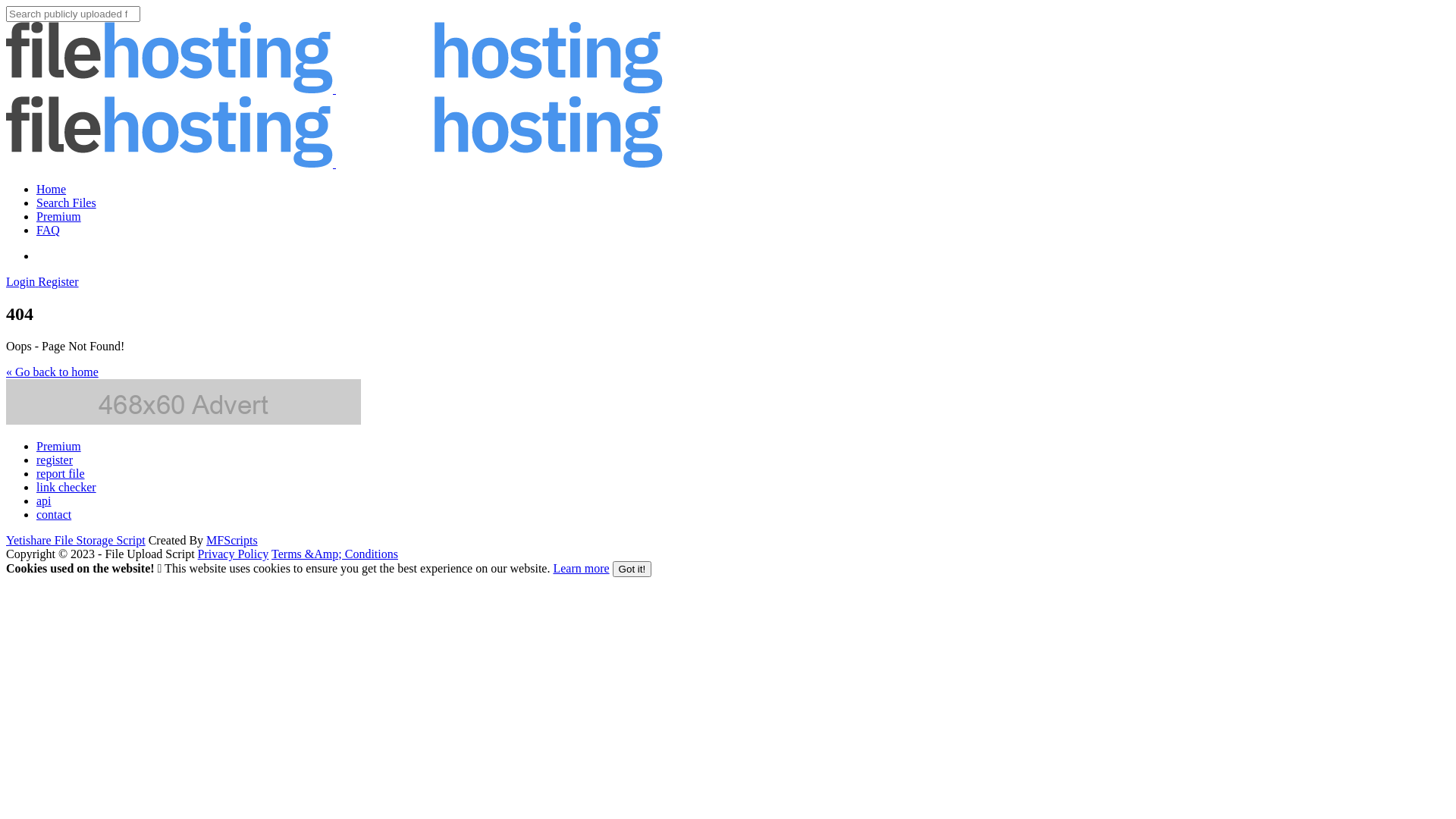  Describe the element at coordinates (61, 472) in the screenshot. I see `'report file'` at that location.